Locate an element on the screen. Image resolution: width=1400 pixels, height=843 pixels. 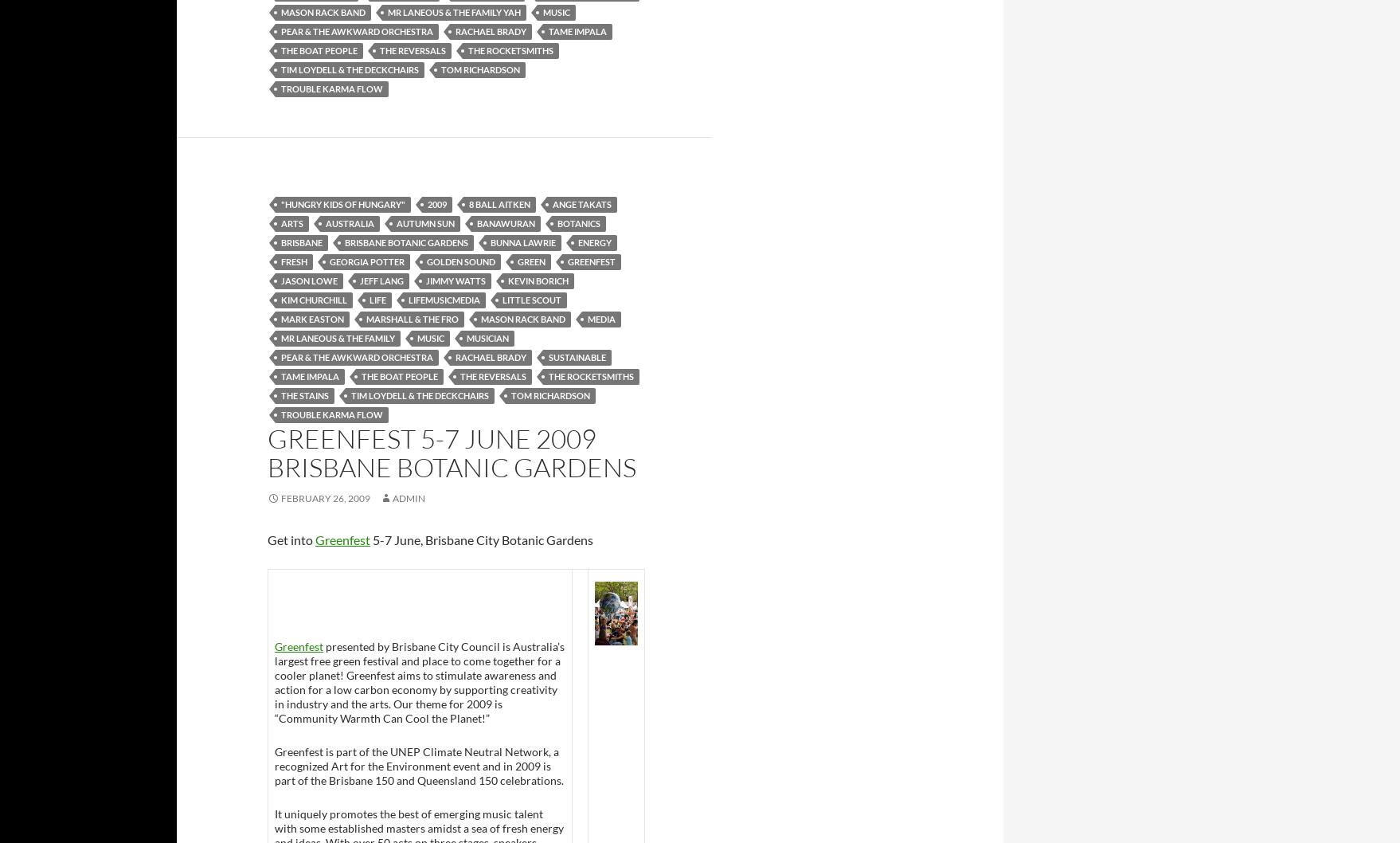
'2009' is located at coordinates (436, 203).